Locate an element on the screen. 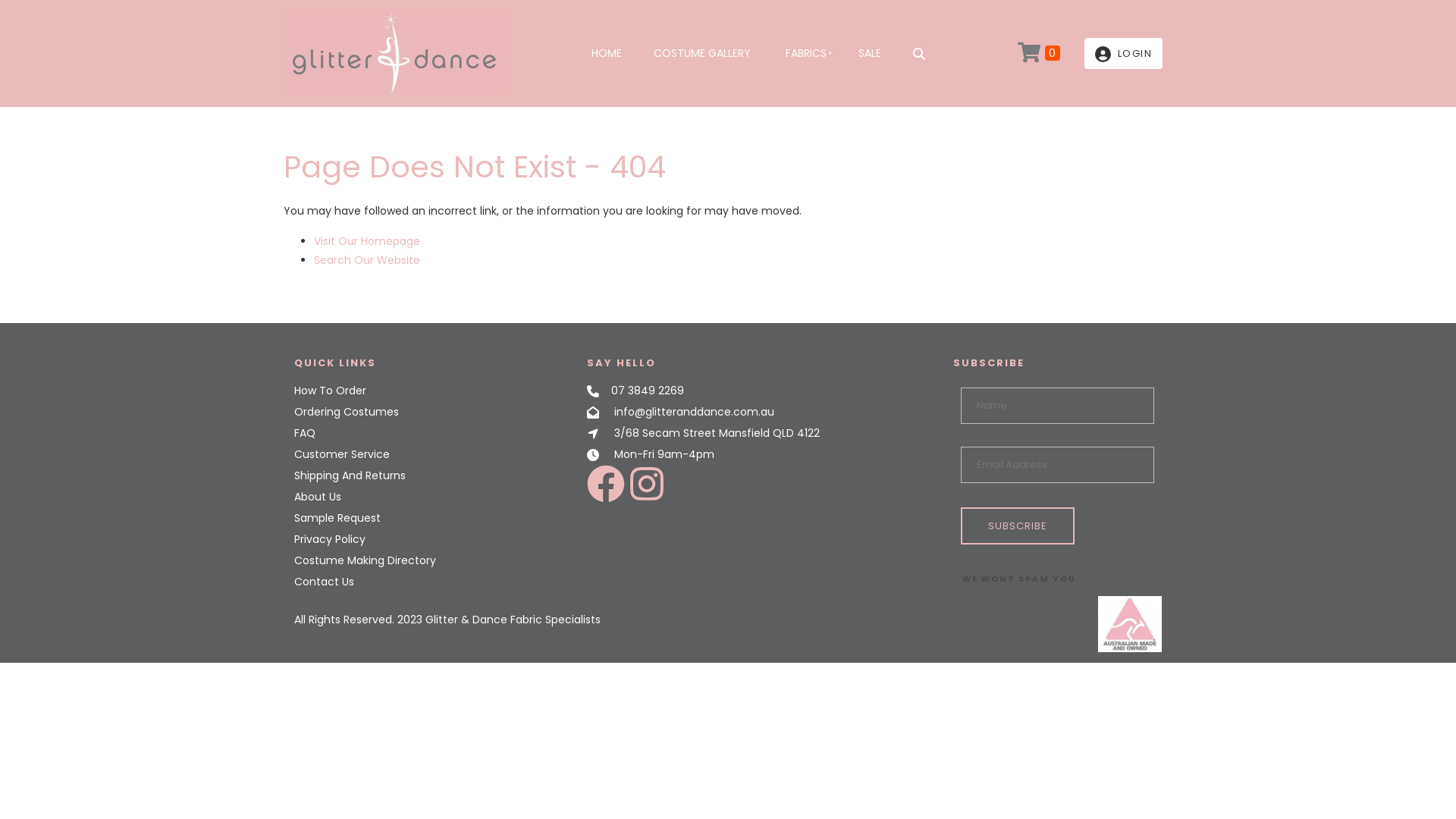 The height and width of the screenshot is (819, 1456). 'SUBSCRIBE' is located at coordinates (1016, 525).